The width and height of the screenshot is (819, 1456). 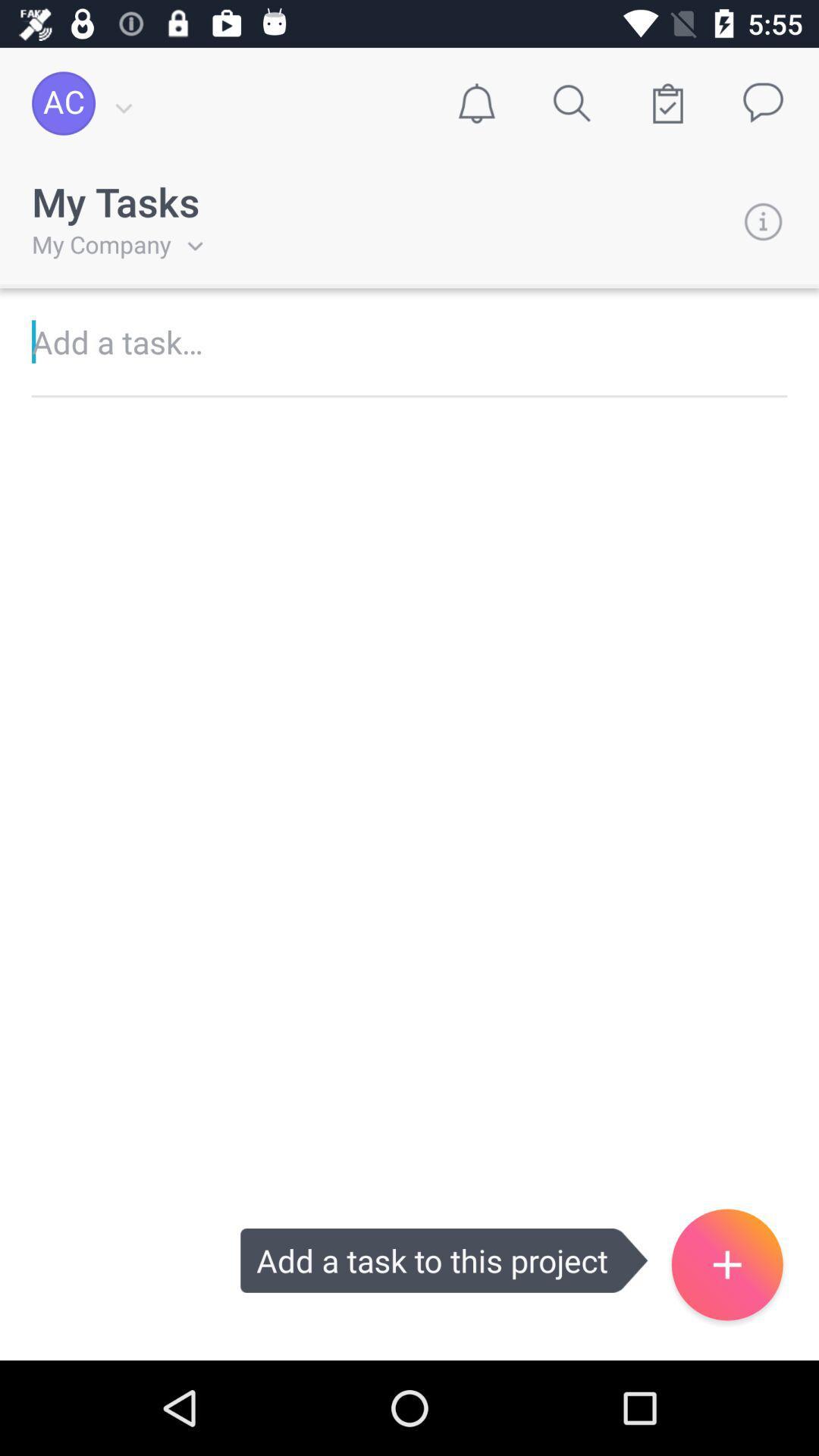 I want to click on the add icon, so click(x=726, y=1264).